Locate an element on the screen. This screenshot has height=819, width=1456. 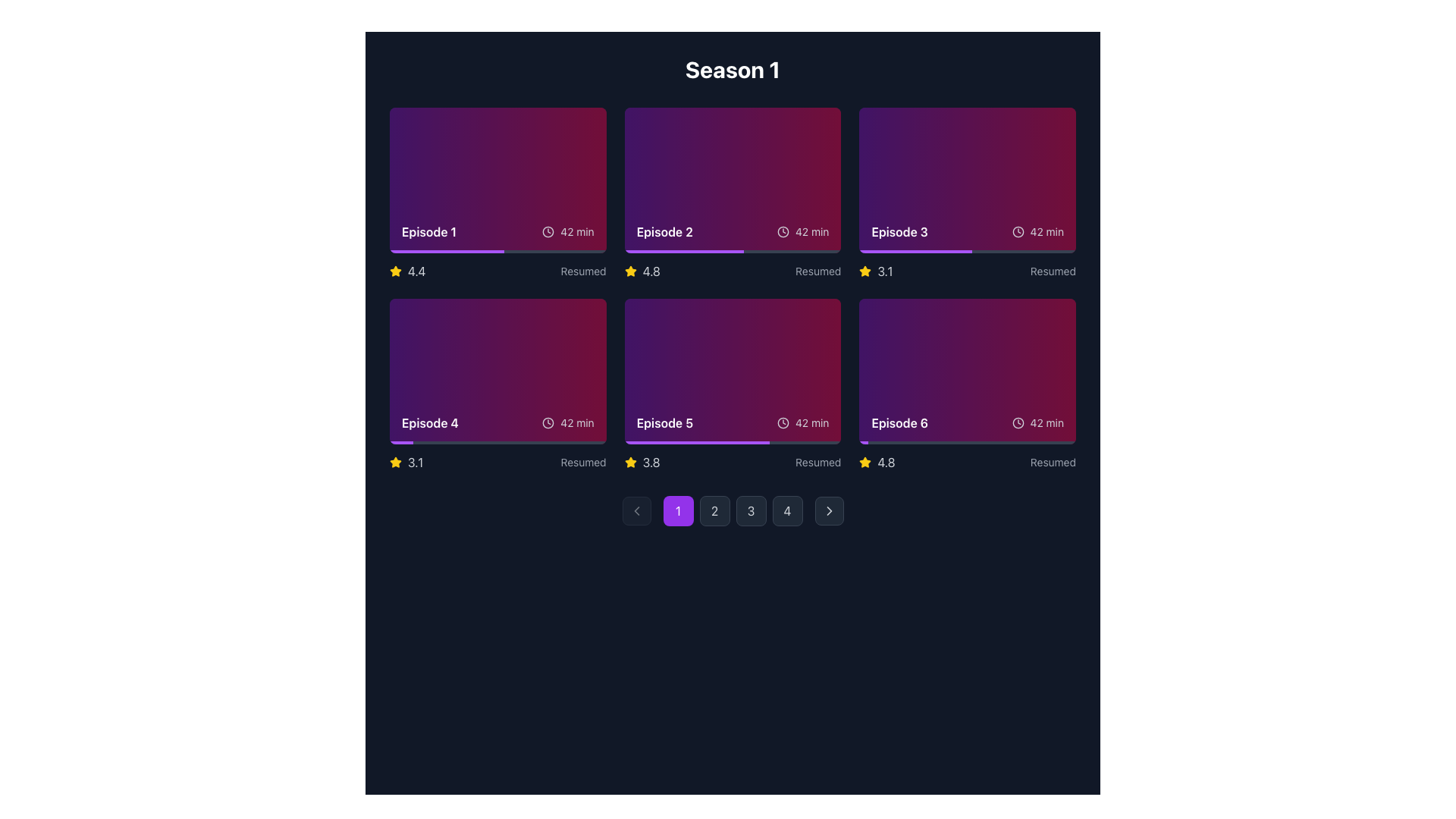
the episode number label text located in the lower-left quadrant of the third card in the second row of the grid is located at coordinates (429, 423).